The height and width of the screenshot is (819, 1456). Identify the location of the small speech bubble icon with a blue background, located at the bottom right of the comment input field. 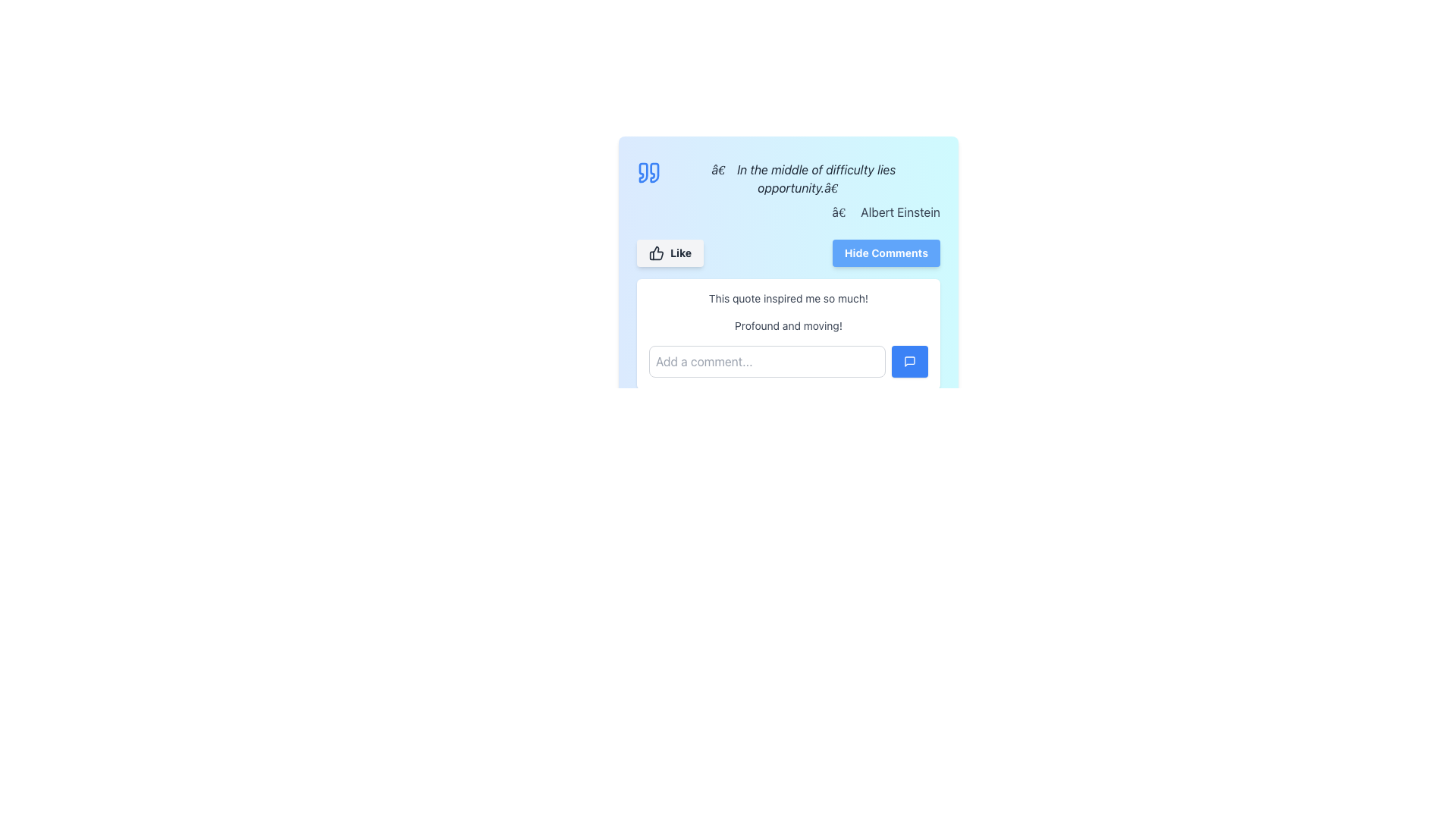
(910, 362).